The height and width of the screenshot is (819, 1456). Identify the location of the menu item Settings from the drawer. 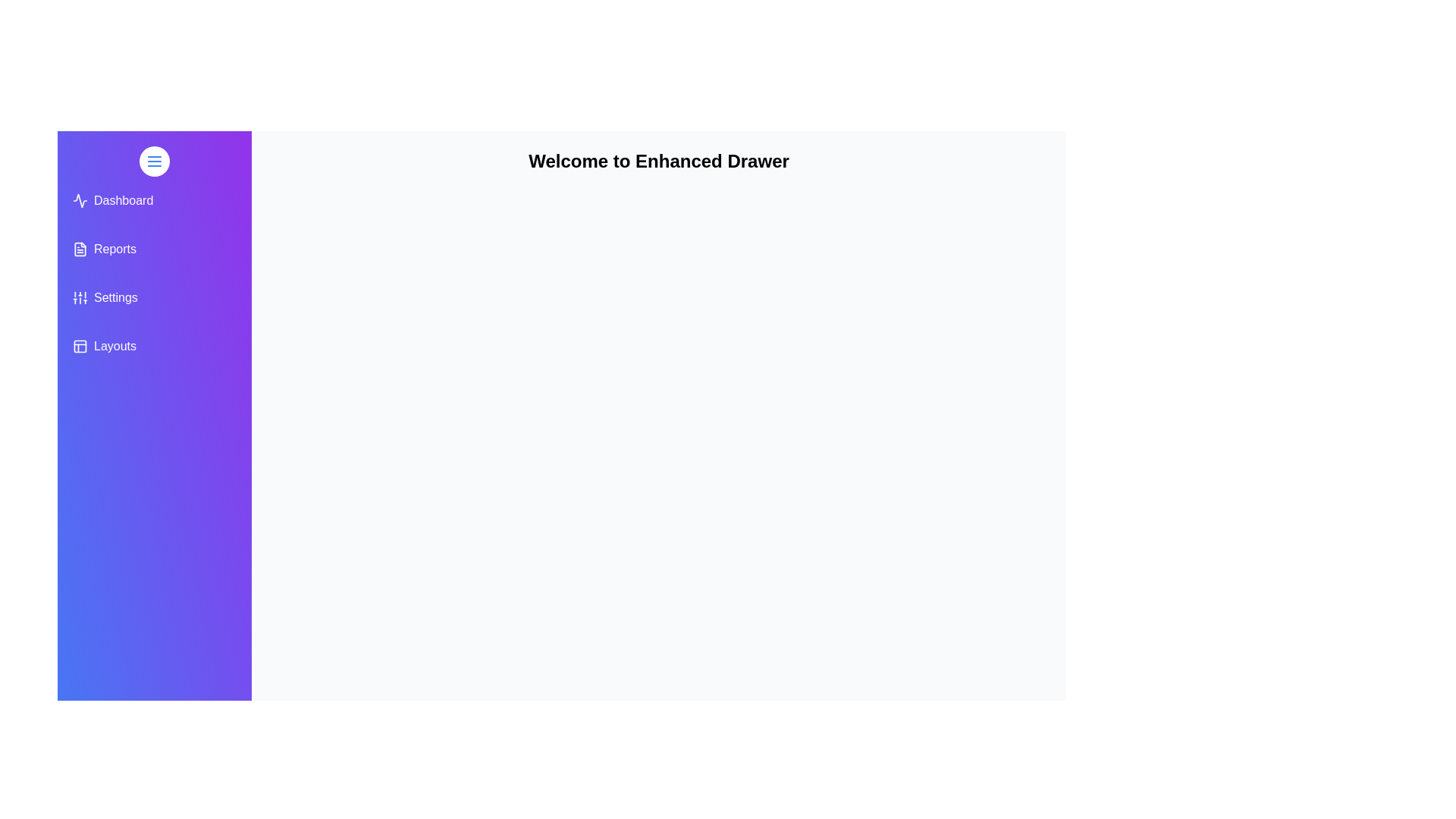
(154, 298).